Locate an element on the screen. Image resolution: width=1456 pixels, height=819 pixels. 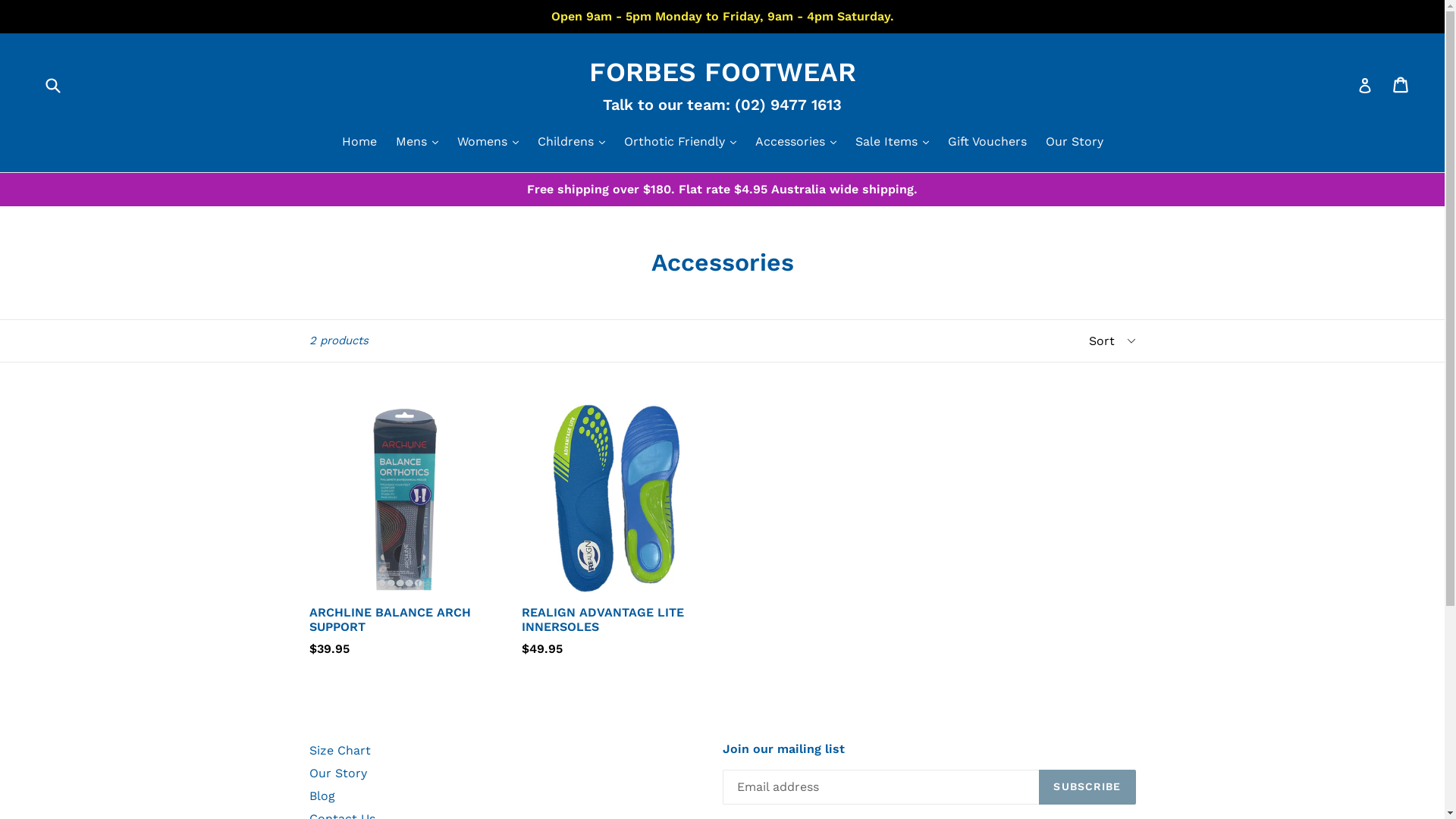
'Cart is located at coordinates (1393, 84).